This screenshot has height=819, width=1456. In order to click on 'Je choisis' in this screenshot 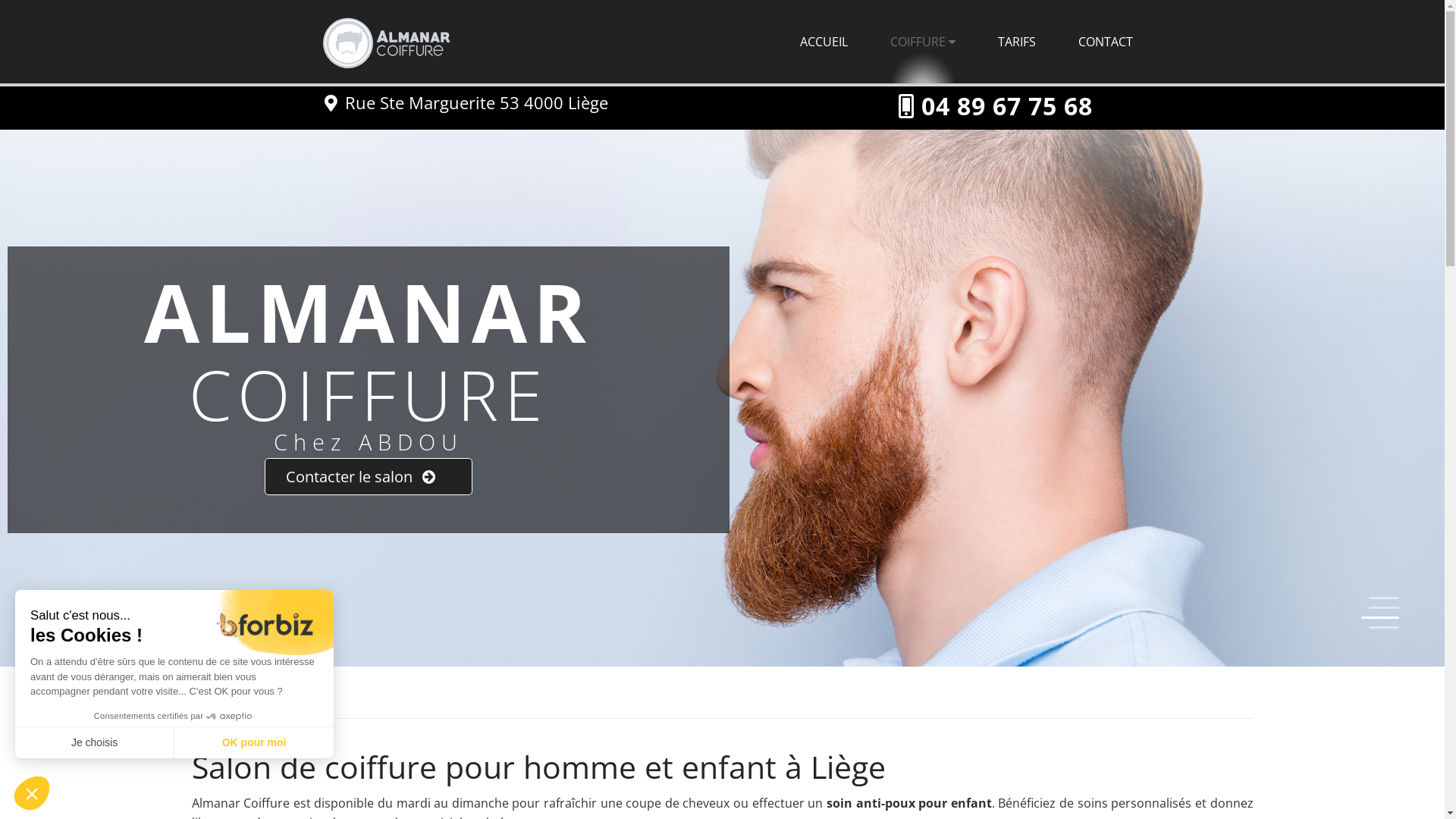, I will do `click(93, 742)`.